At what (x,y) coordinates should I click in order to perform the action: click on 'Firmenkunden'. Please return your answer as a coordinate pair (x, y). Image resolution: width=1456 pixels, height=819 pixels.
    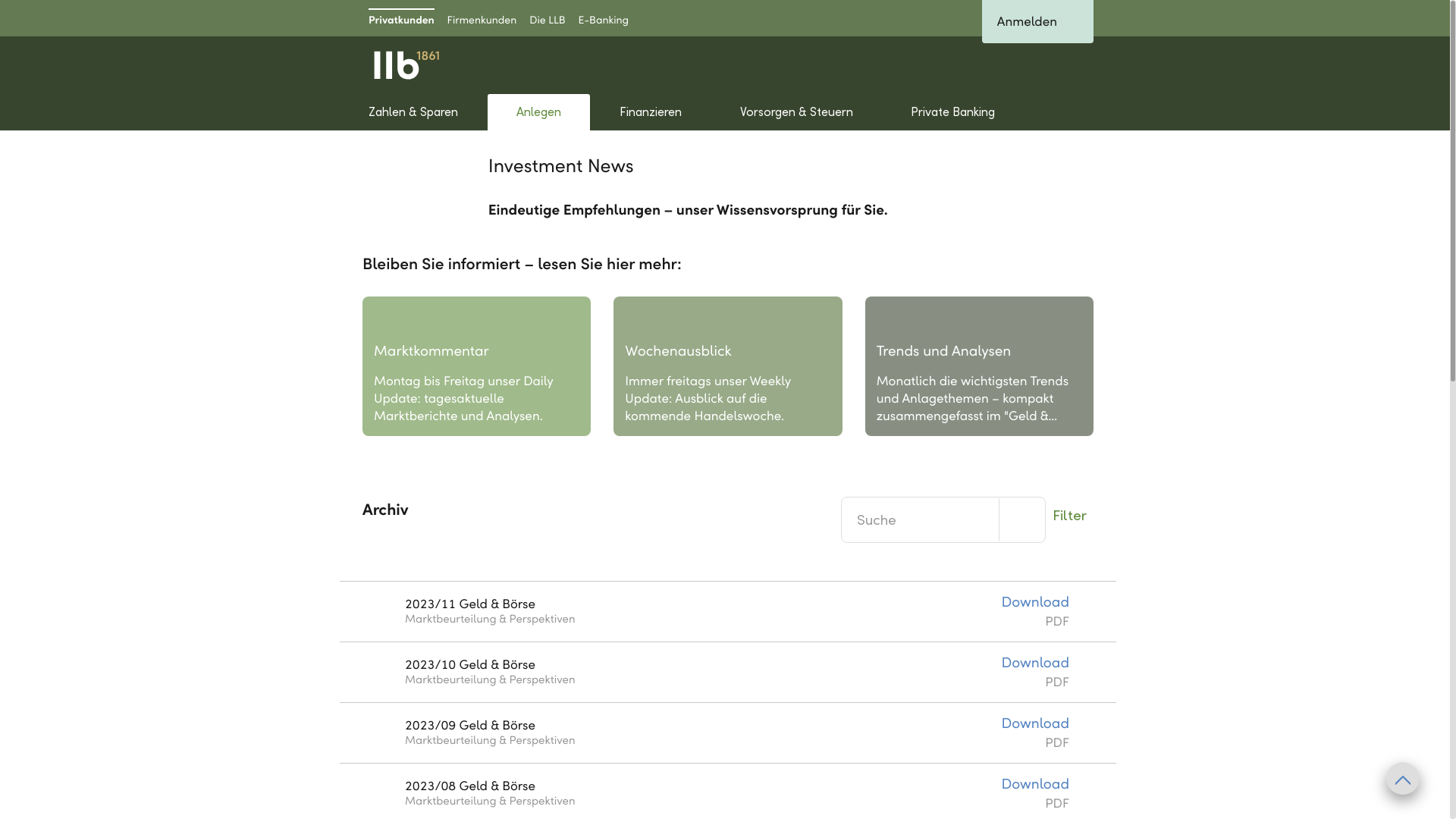
    Looking at the image, I should click on (481, 17).